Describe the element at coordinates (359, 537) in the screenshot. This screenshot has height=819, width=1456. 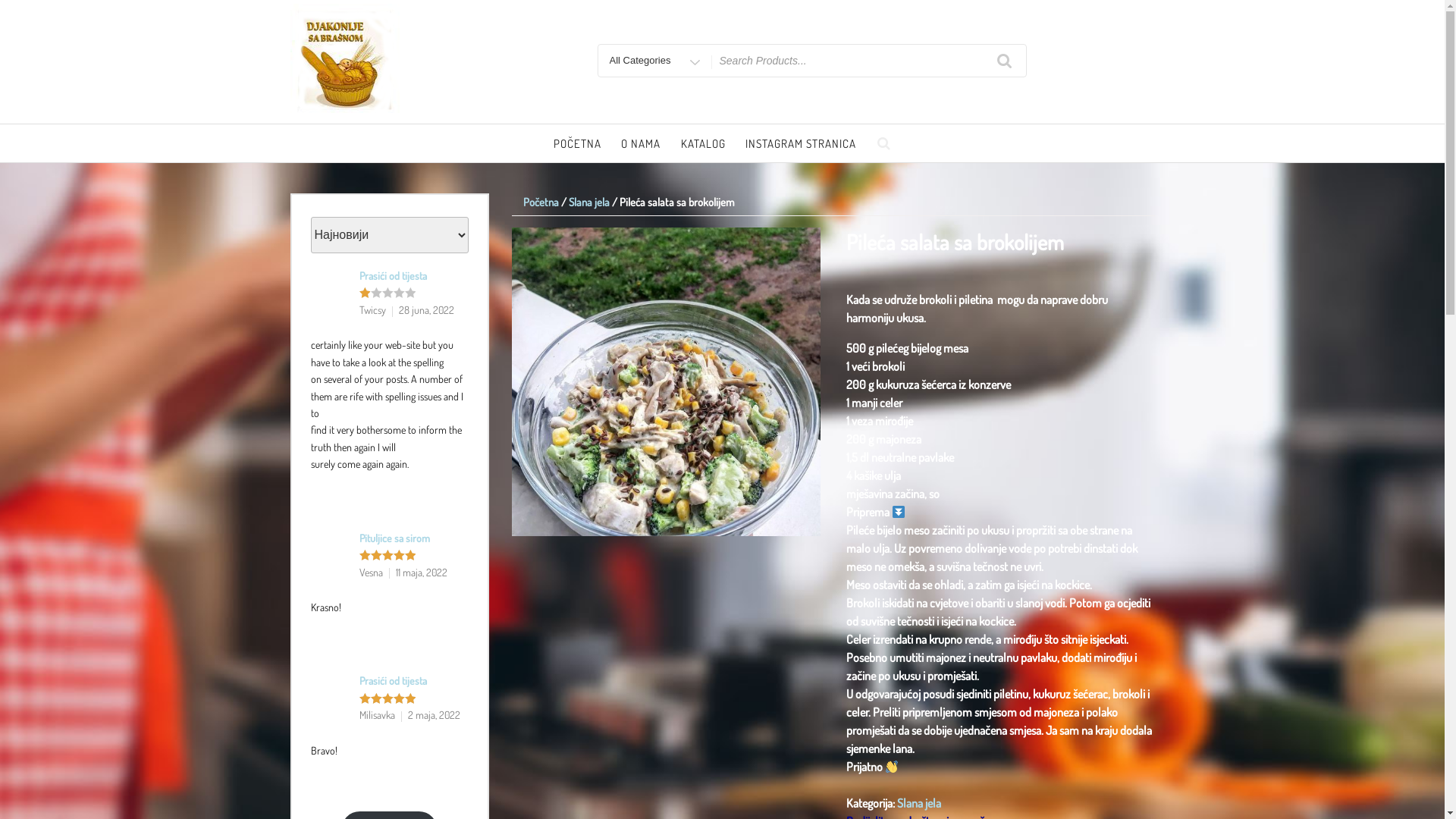
I see `'Pituljice sa sirom'` at that location.